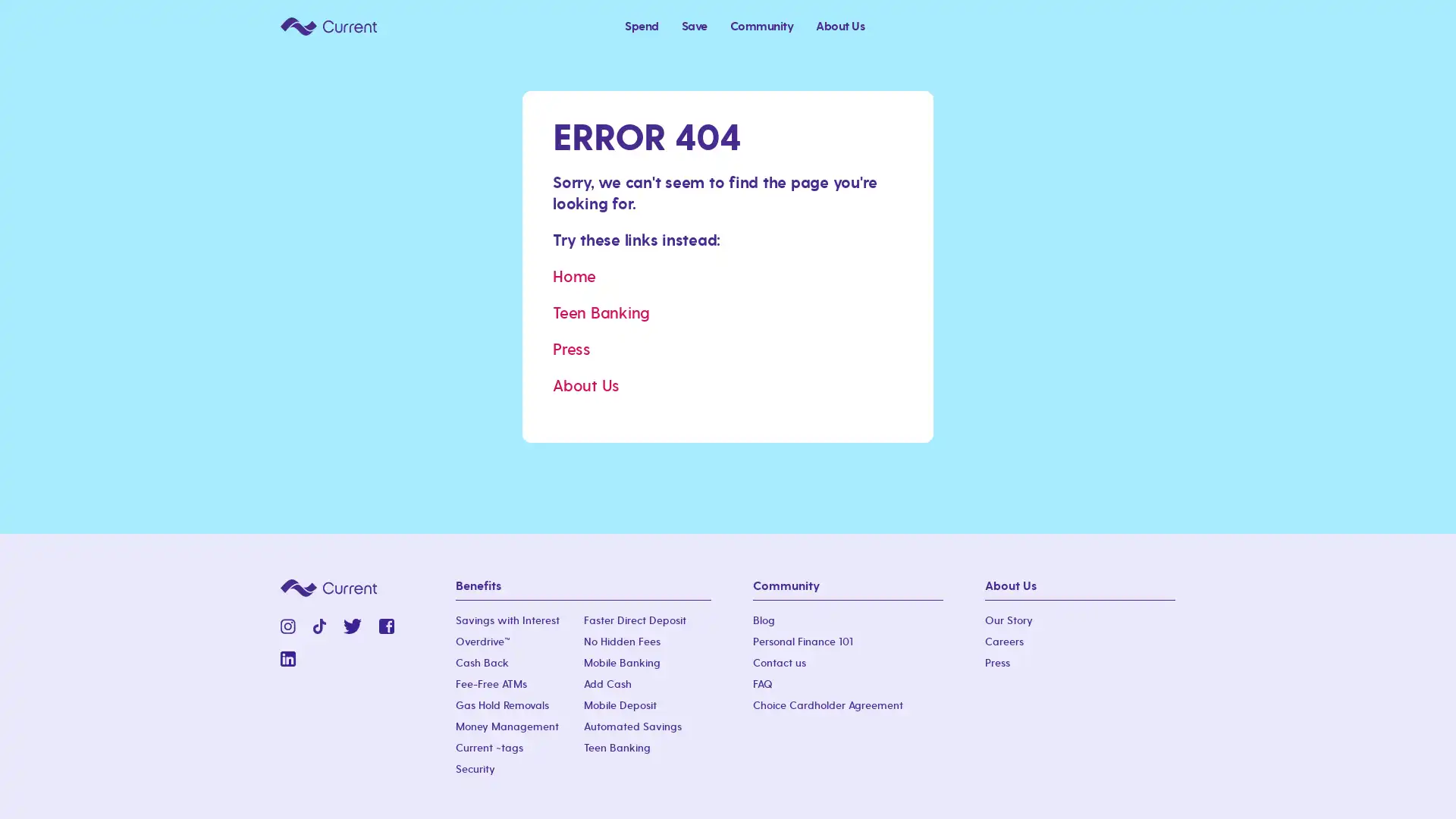 Image resolution: width=1456 pixels, height=819 pixels. What do you see at coordinates (1004, 642) in the screenshot?
I see `Careers` at bounding box center [1004, 642].